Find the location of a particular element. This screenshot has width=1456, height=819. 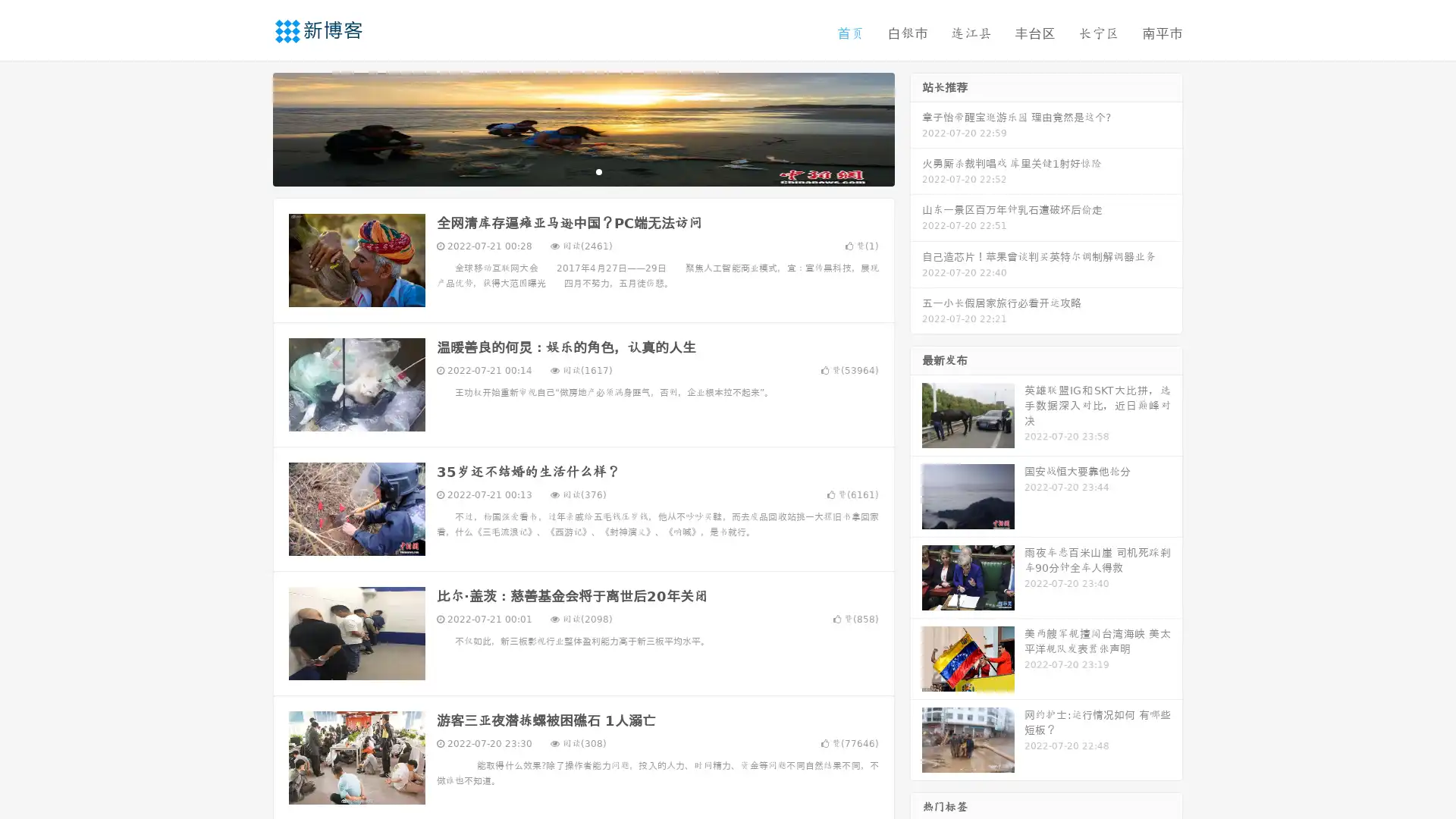

Previous slide is located at coordinates (250, 127).